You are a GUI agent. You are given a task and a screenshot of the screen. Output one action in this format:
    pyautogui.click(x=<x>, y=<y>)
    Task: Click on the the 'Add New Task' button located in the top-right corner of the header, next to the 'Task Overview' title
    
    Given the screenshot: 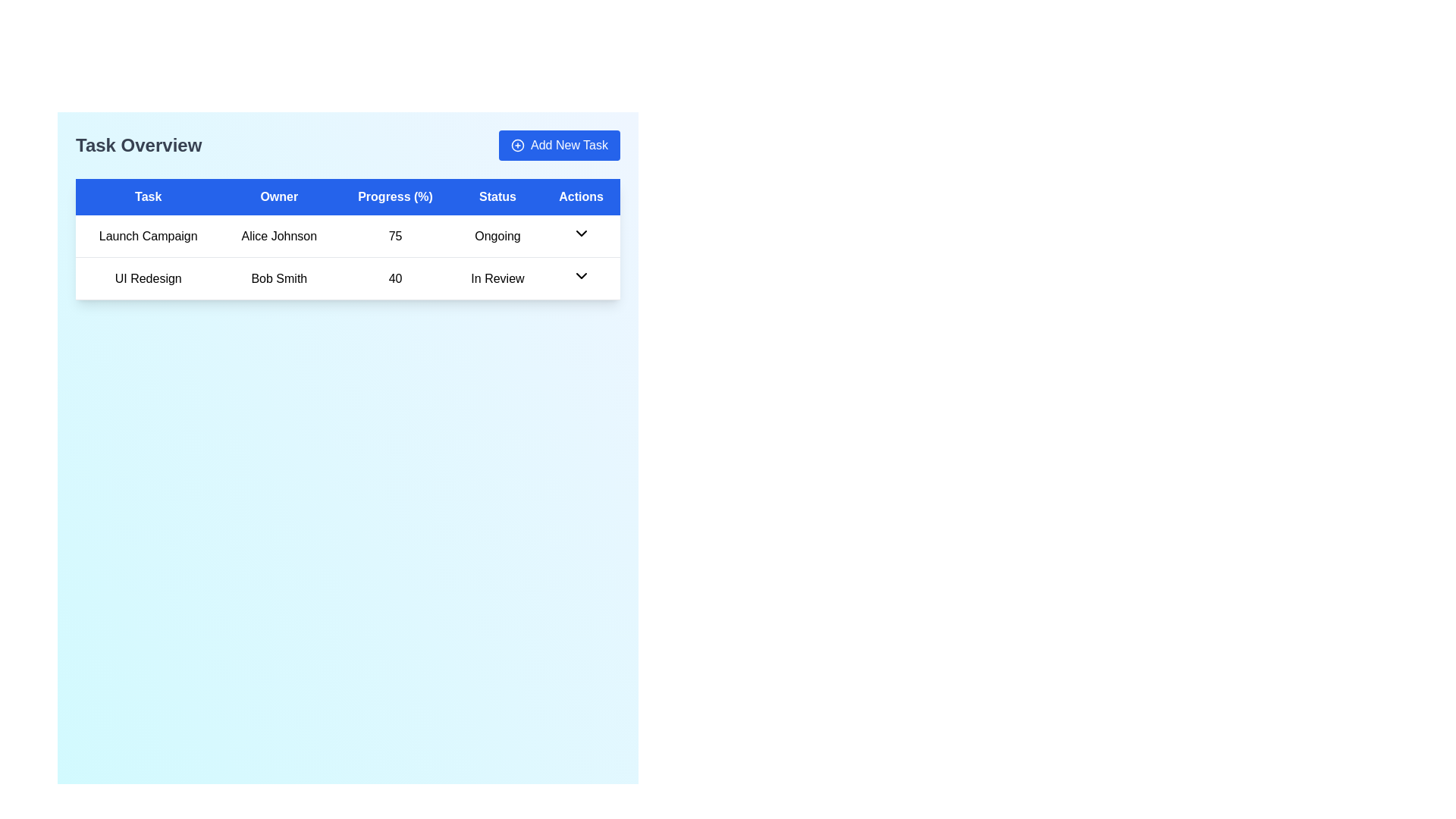 What is the action you would take?
    pyautogui.click(x=559, y=146)
    